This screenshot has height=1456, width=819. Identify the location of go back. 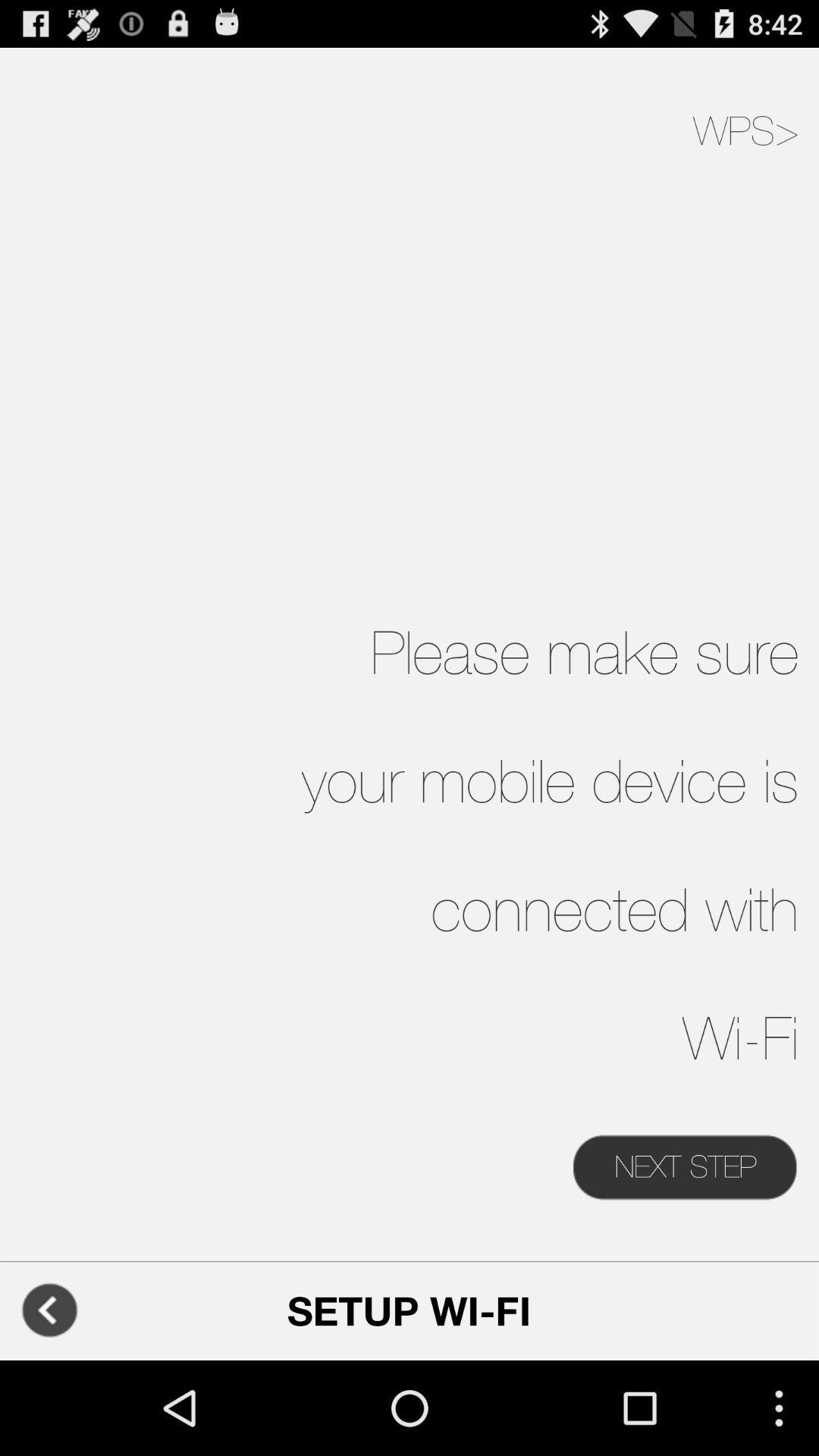
(49, 1310).